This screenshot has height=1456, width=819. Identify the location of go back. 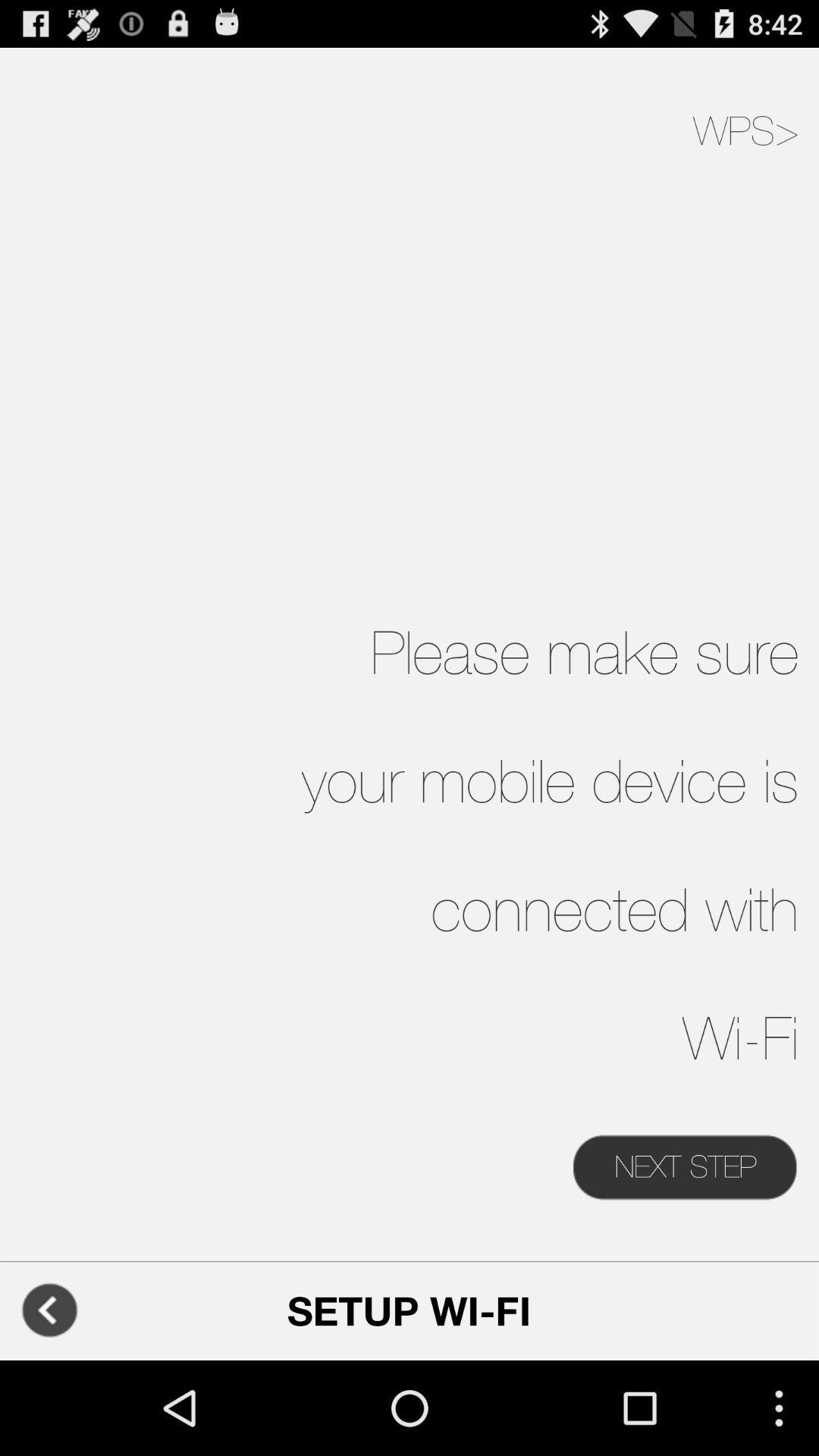
(49, 1310).